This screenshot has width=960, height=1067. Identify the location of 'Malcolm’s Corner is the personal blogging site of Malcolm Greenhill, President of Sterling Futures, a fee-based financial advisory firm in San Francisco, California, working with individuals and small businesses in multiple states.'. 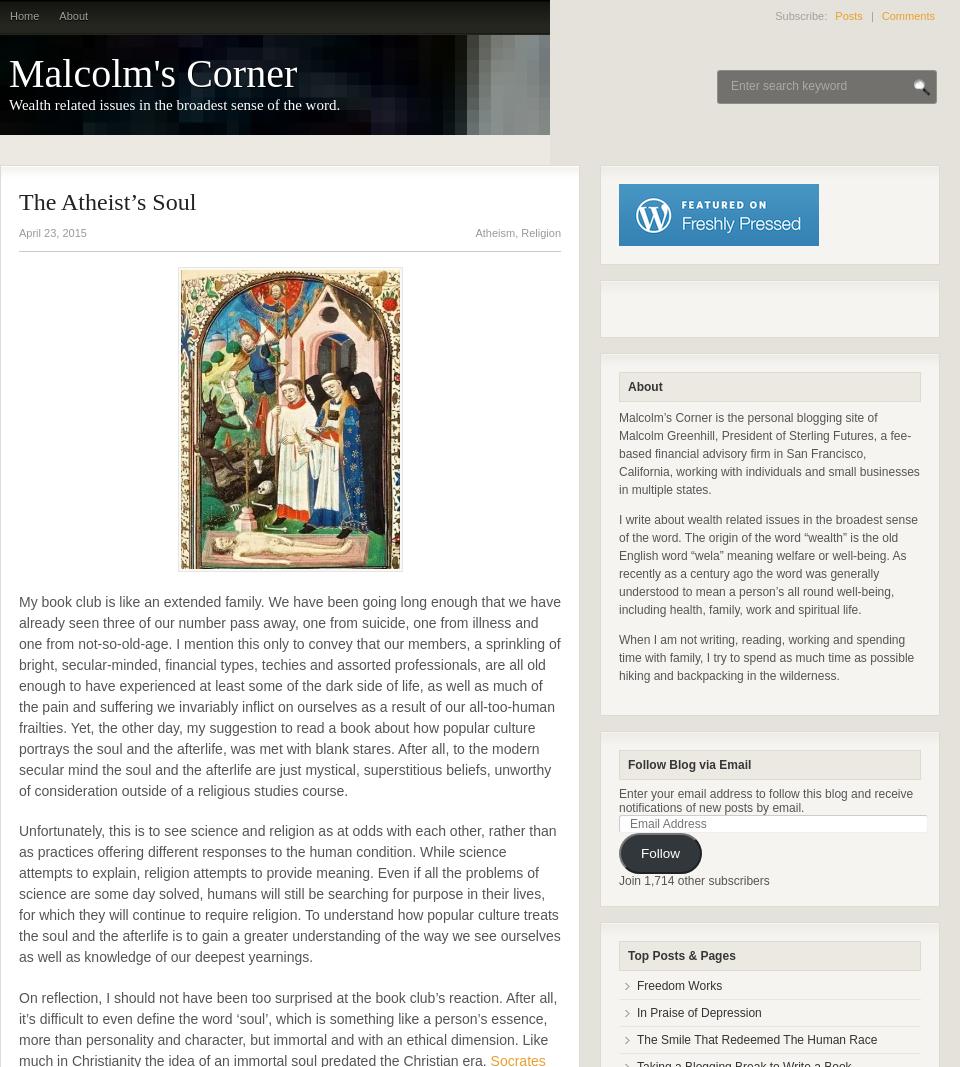
(767, 453).